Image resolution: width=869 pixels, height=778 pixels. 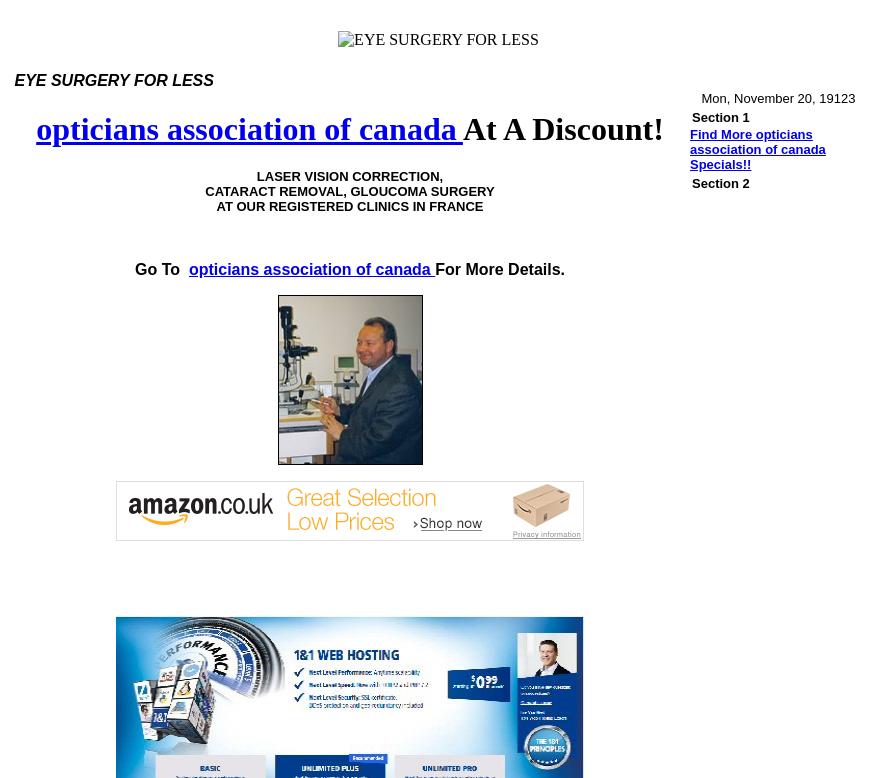 I want to click on 'Mon, November 20, 19123', so click(x=778, y=97).